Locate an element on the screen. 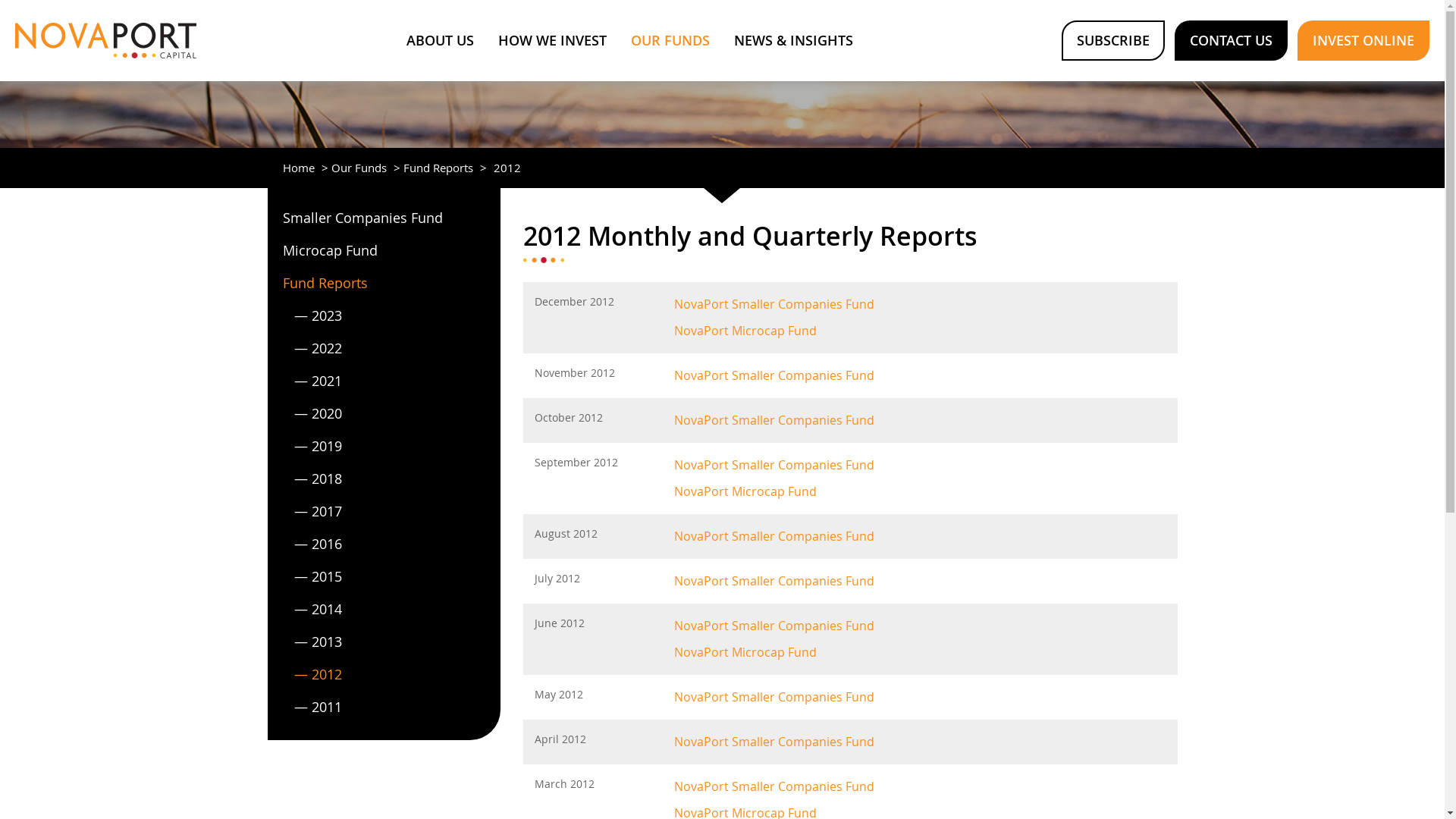 The height and width of the screenshot is (819, 1456). 'Our Funds' is located at coordinates (359, 167).